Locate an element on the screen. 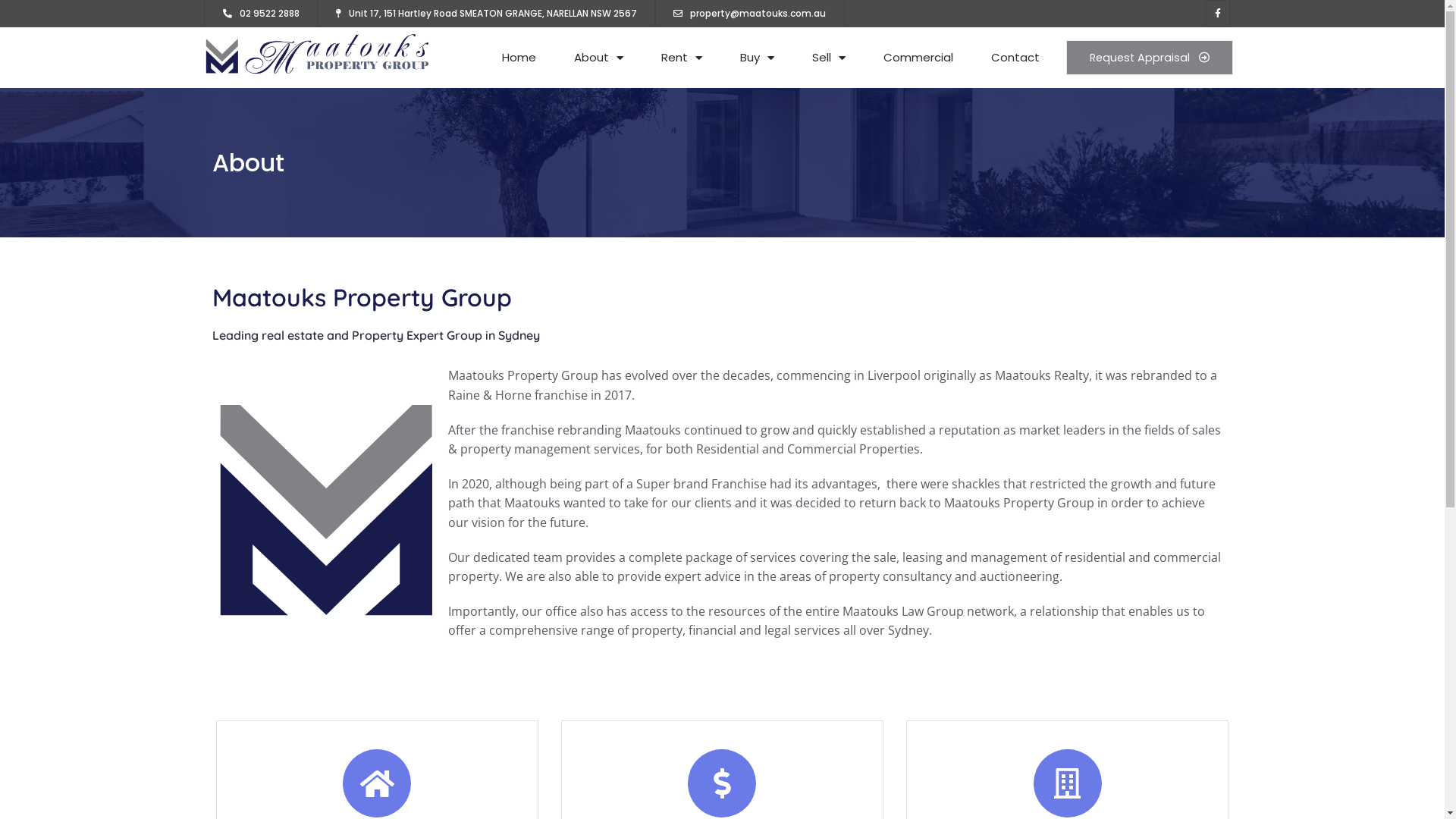 This screenshot has height=819, width=1456. 'About' is located at coordinates (598, 57).